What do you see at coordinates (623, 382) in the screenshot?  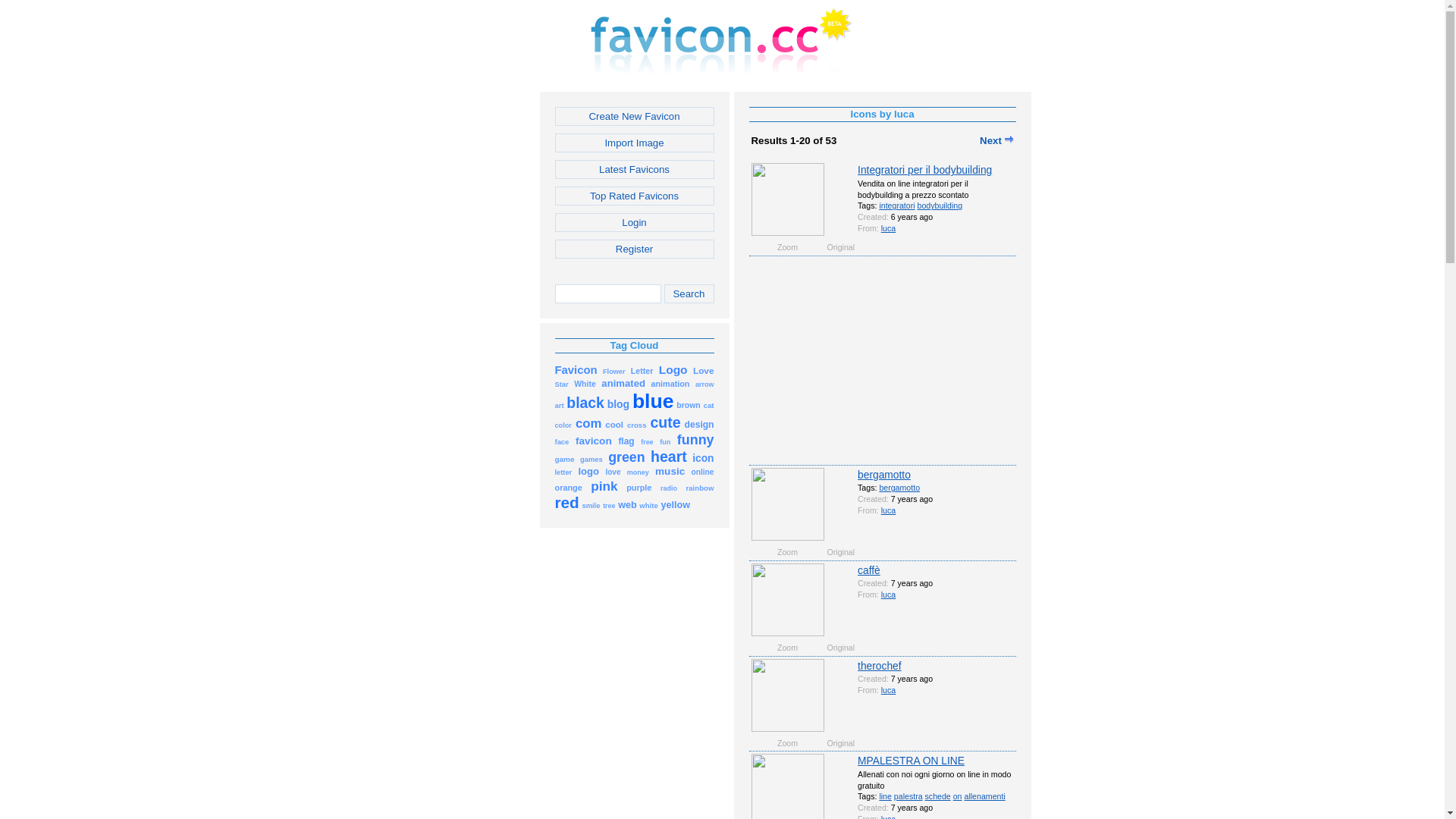 I see `'animated'` at bounding box center [623, 382].